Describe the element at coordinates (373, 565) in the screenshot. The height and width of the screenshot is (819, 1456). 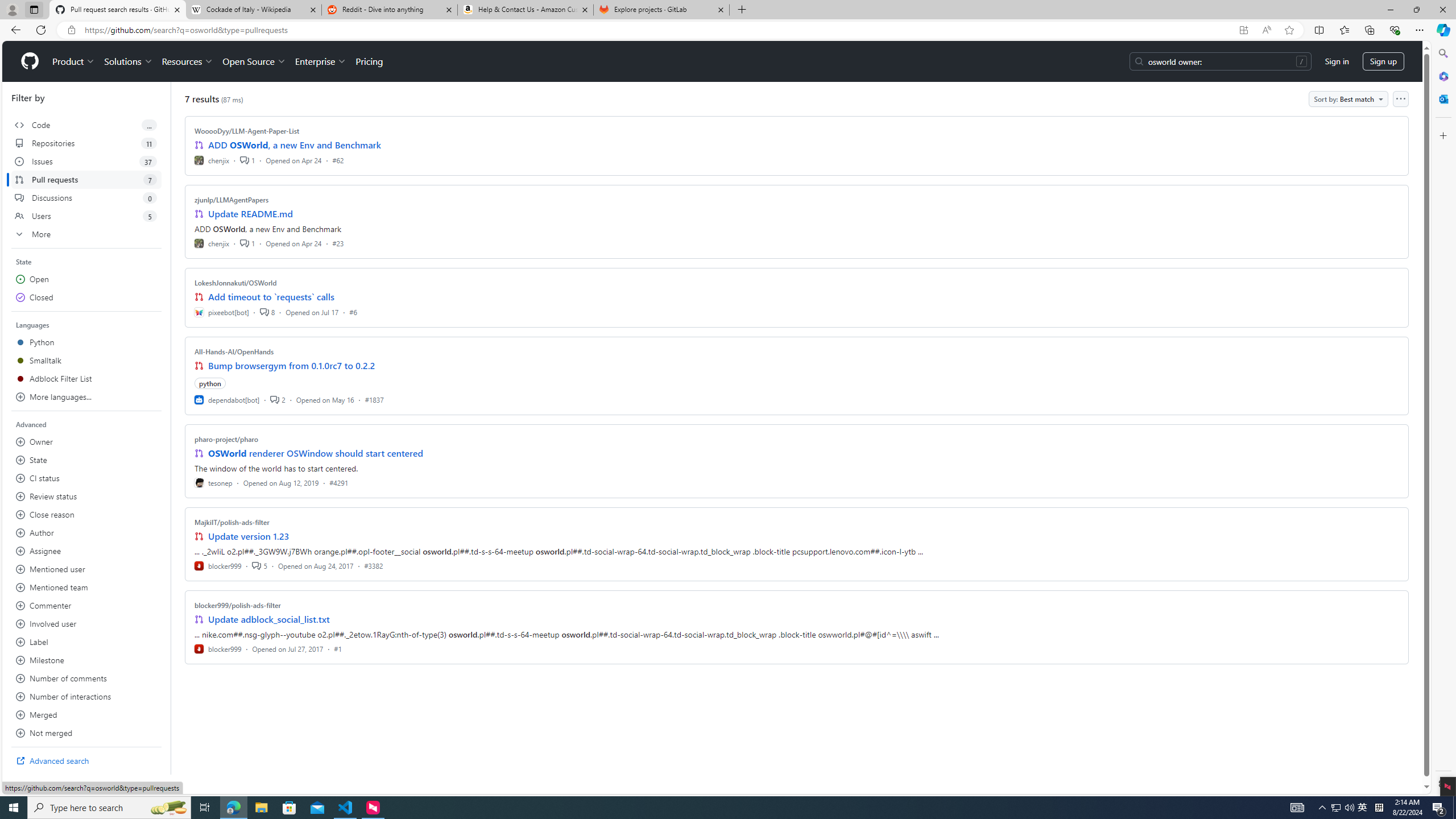
I see `'#3382'` at that location.